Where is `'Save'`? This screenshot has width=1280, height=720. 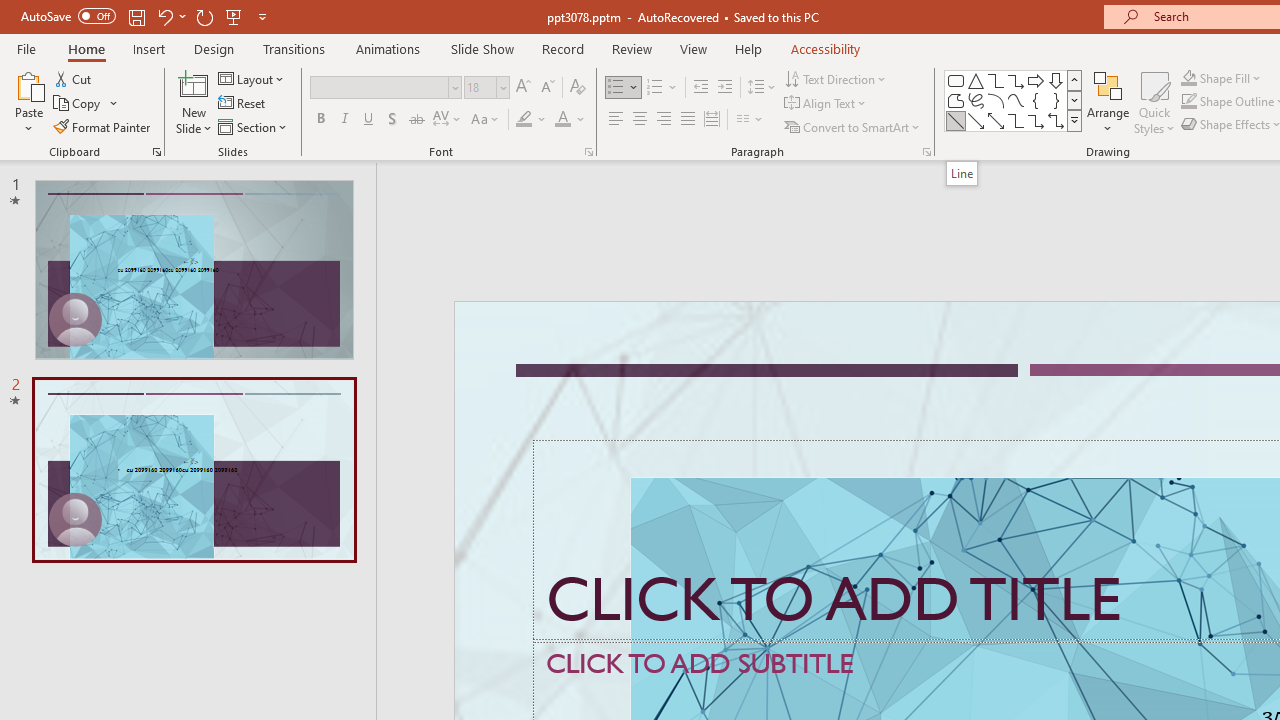 'Save' is located at coordinates (135, 16).